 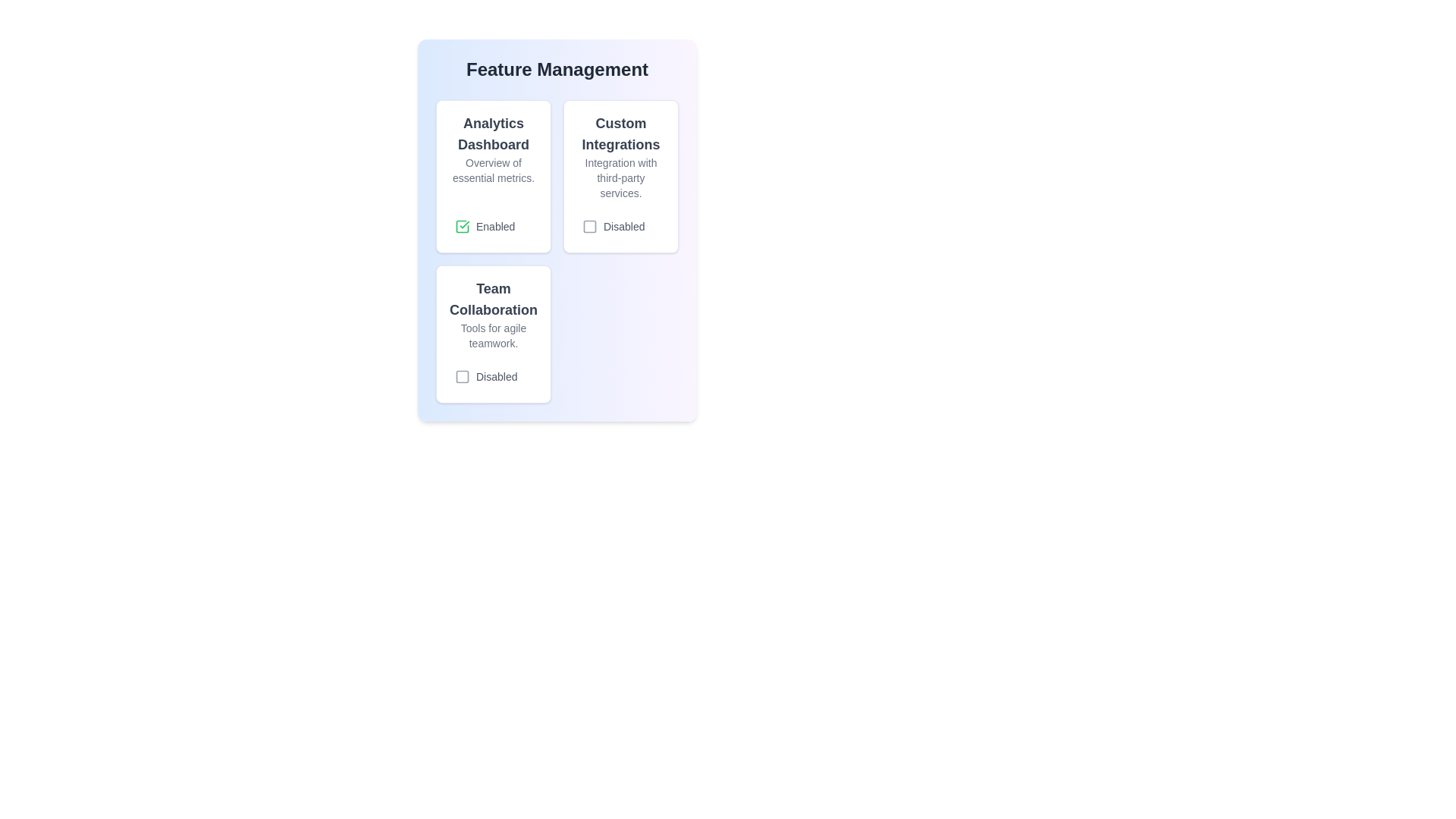 I want to click on the square checkbox labeled 'Disabled', so click(x=613, y=227).